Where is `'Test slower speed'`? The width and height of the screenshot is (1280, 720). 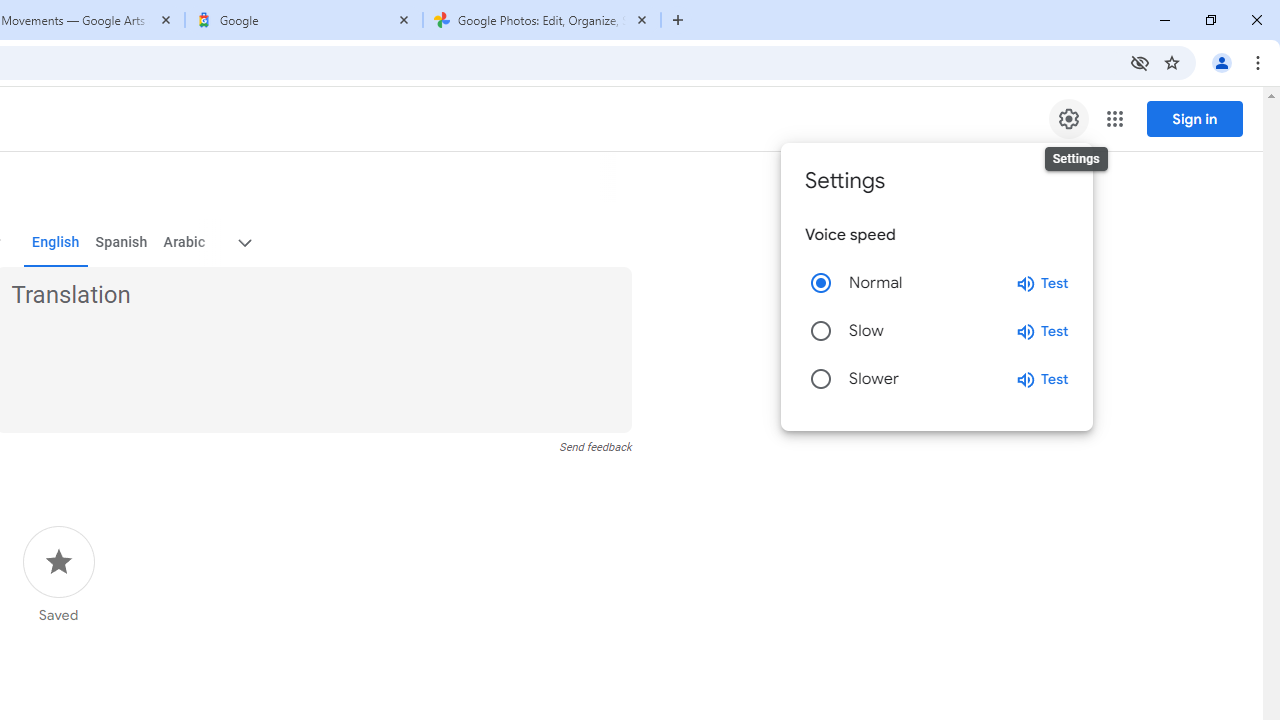 'Test slower speed' is located at coordinates (1040, 378).